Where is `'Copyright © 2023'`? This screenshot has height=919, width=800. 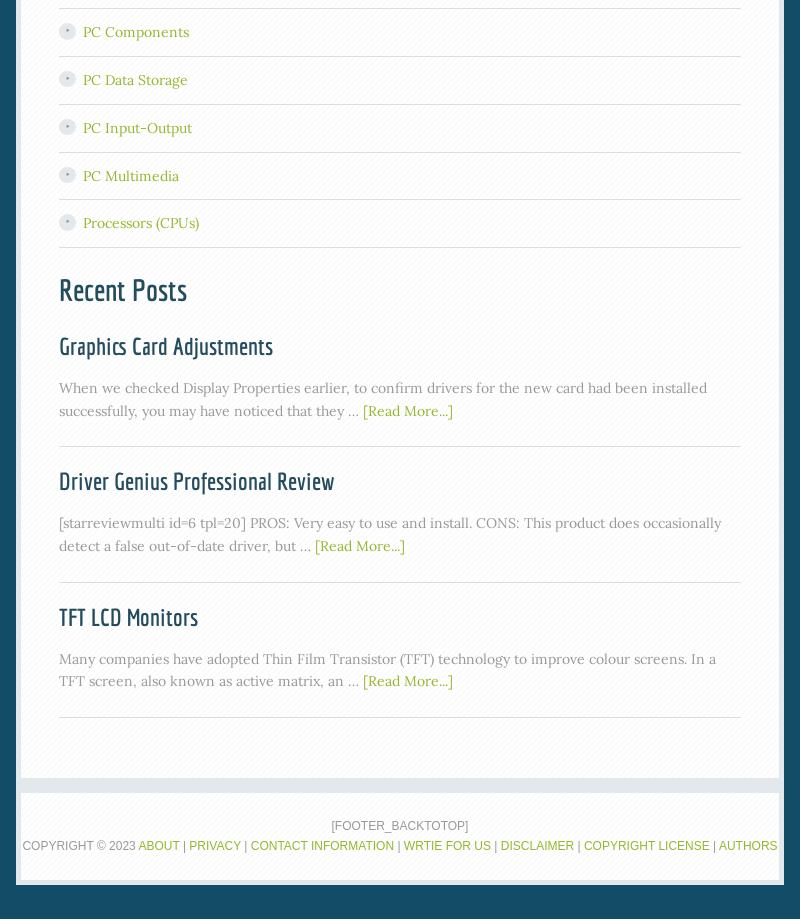
'Copyright © 2023' is located at coordinates (80, 844).